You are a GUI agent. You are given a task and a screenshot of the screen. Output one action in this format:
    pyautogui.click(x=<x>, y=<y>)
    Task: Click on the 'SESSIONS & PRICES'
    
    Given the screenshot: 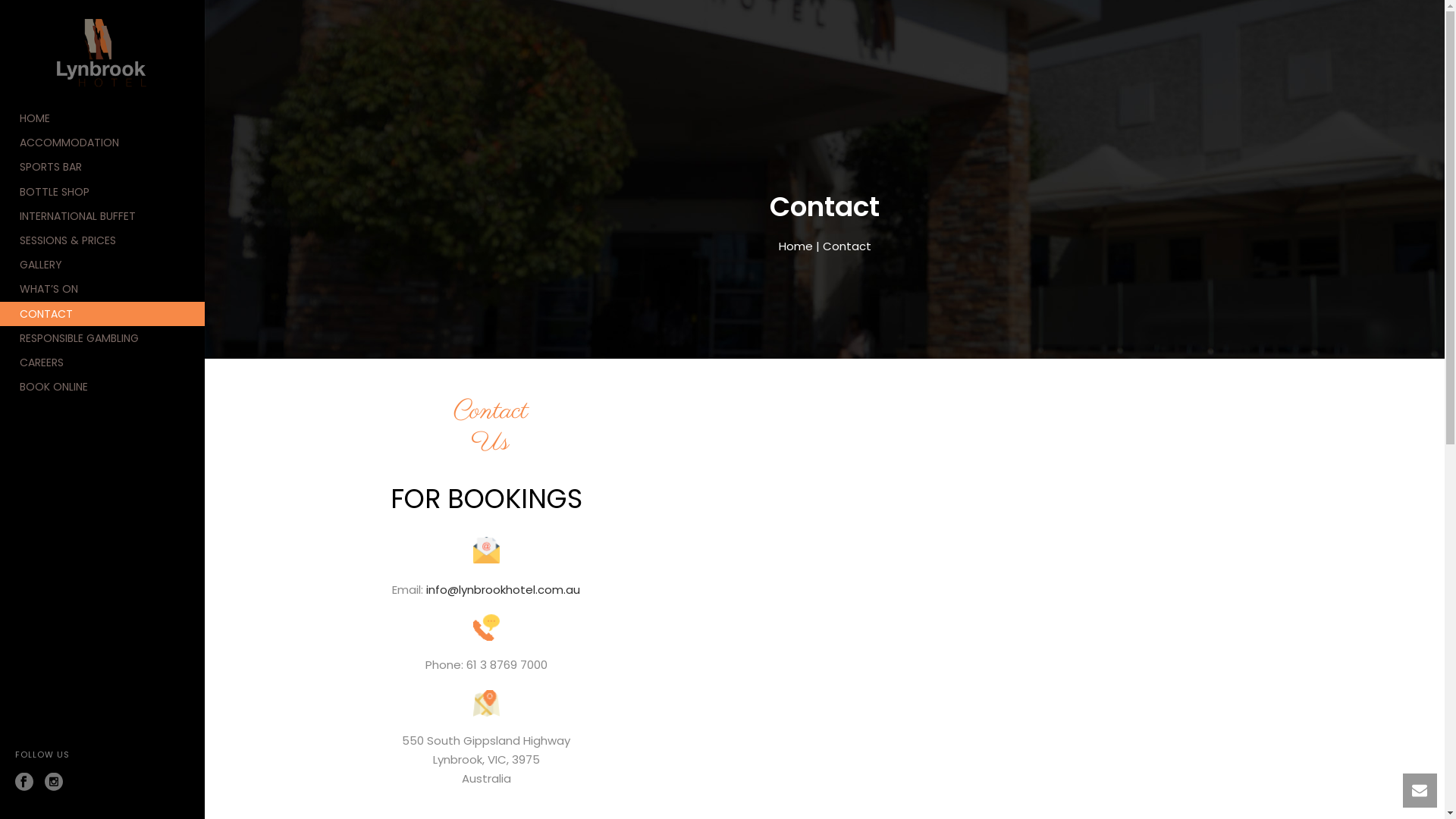 What is the action you would take?
    pyautogui.click(x=0, y=239)
    